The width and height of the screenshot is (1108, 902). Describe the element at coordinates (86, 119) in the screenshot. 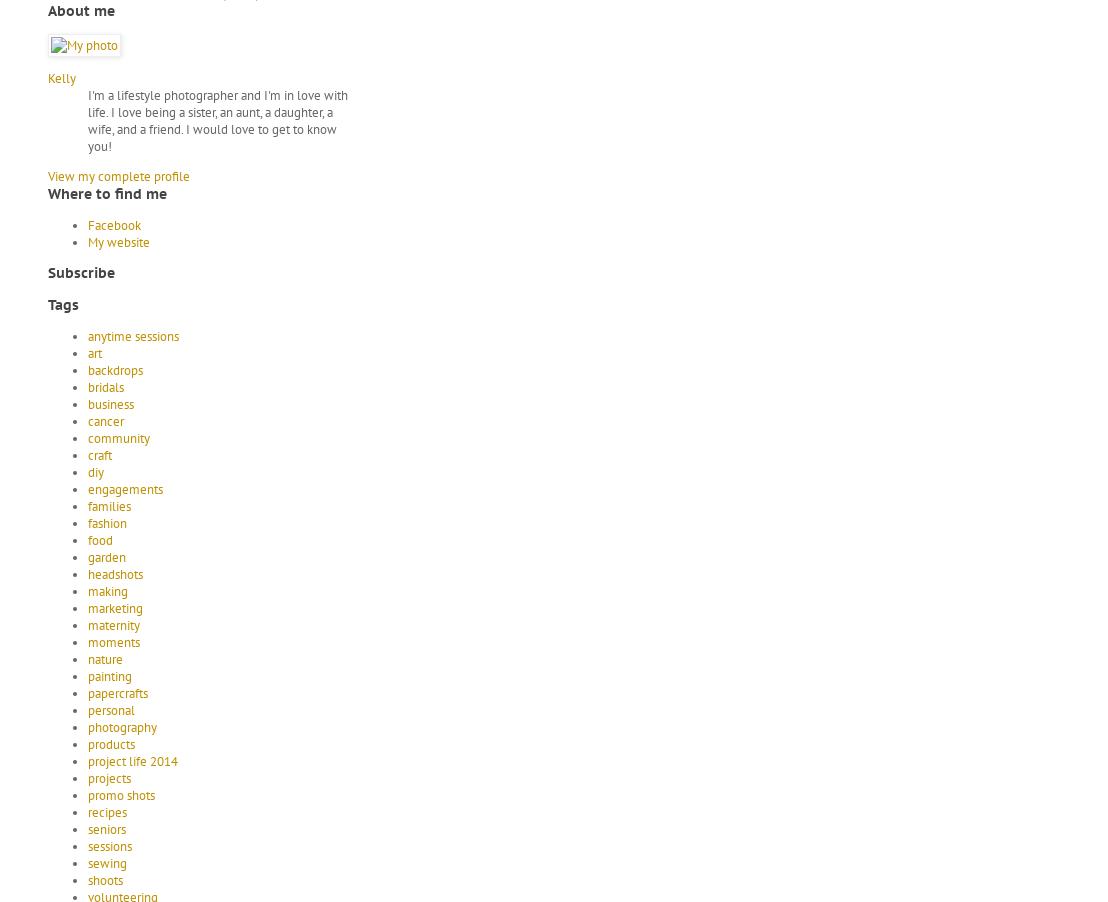

I see `'I'm a lifestyle photographer and I'm in love with life. I love being a sister, an aunt, a daughter, a wife, and a friend. I would love to get to know you!'` at that location.